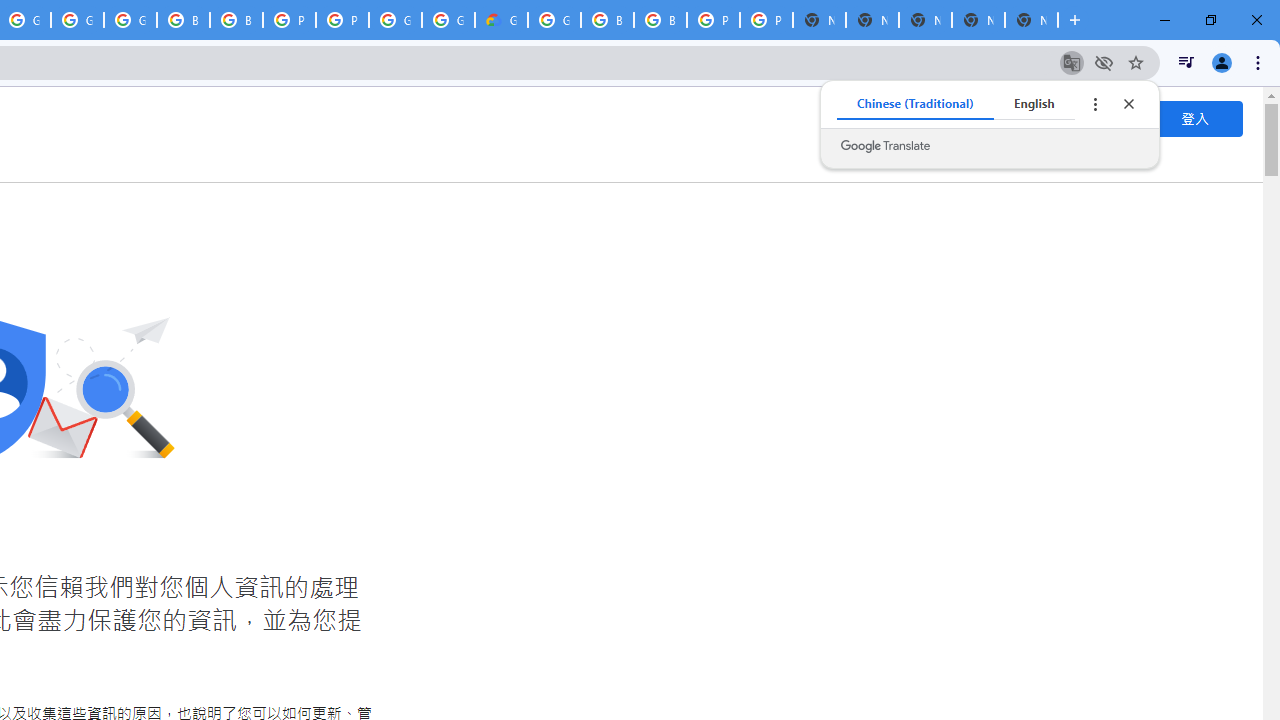  What do you see at coordinates (395, 20) in the screenshot?
I see `'Google Cloud Platform'` at bounding box center [395, 20].